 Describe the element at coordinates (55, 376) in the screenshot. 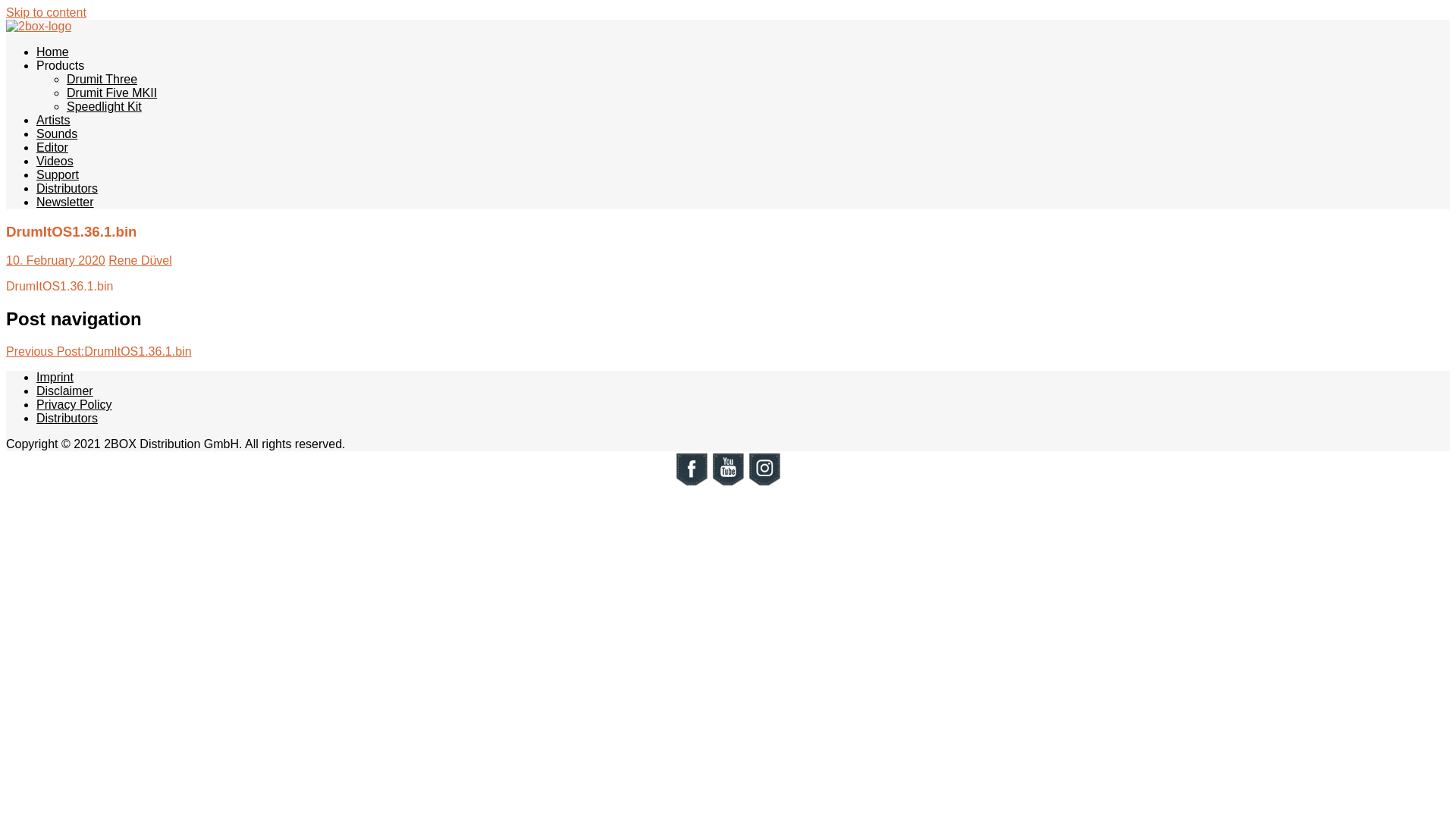

I see `'Imprint'` at that location.